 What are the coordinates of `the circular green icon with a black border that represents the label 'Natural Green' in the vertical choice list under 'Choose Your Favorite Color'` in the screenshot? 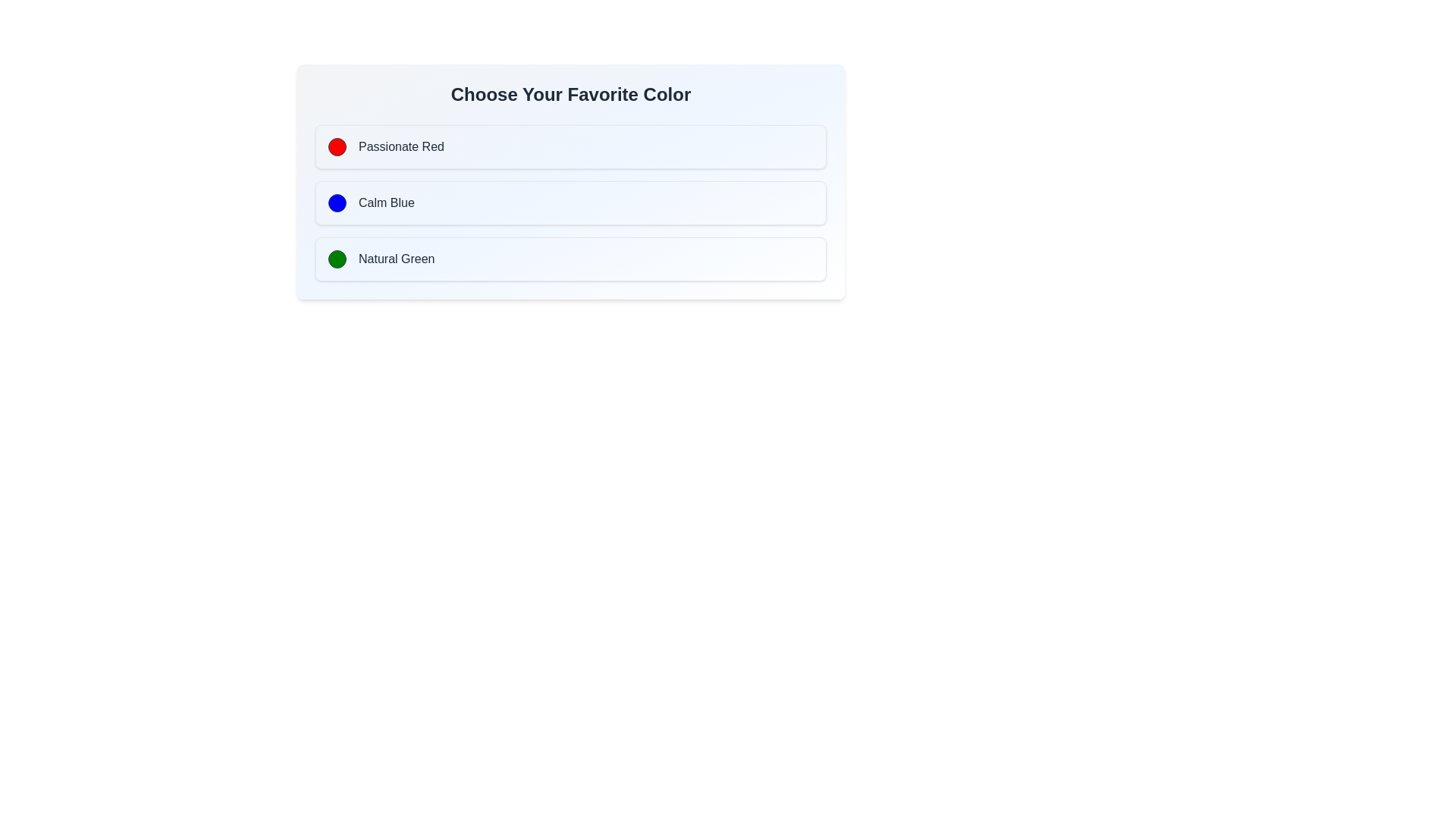 It's located at (337, 259).